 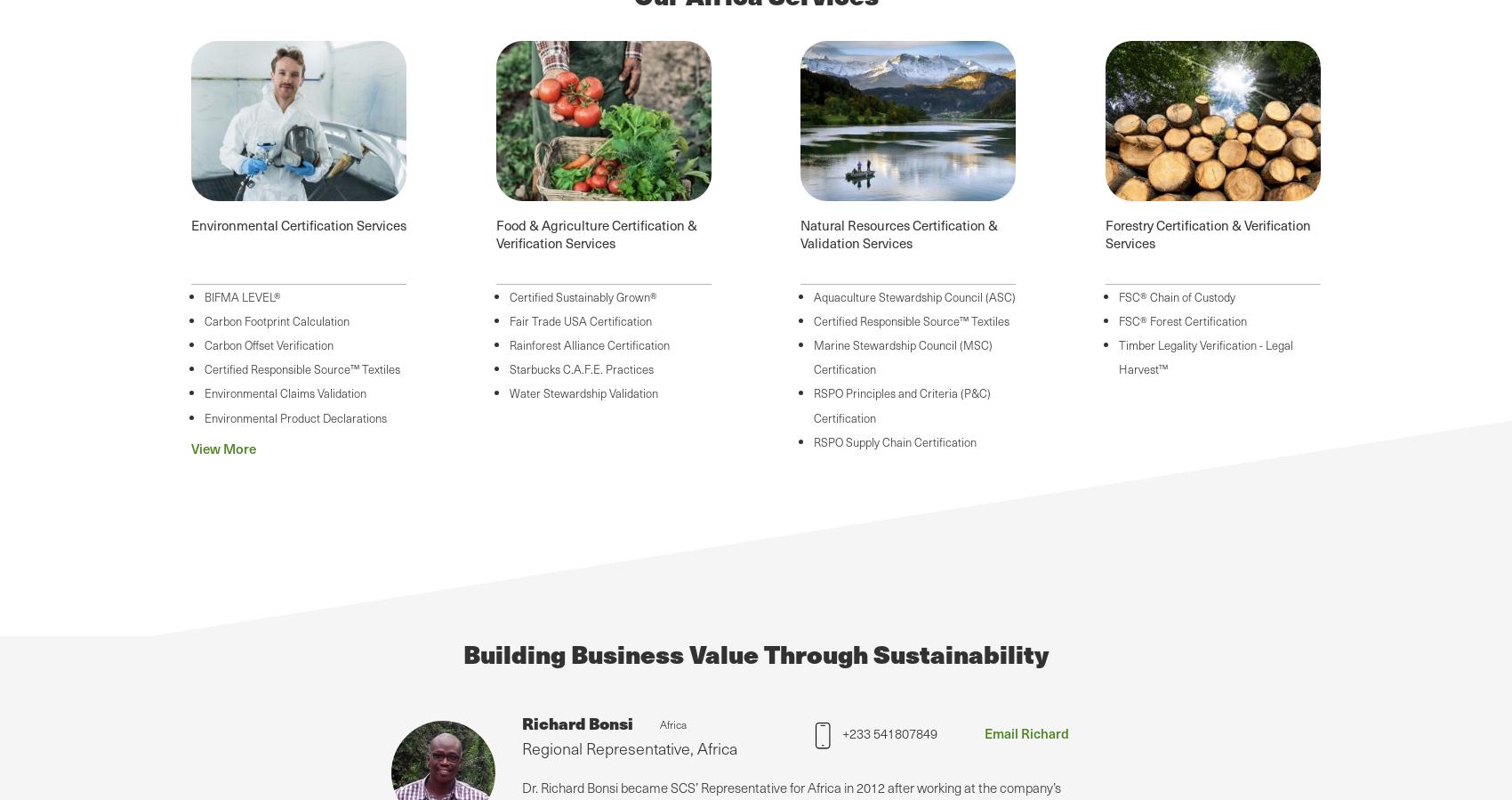 What do you see at coordinates (902, 356) in the screenshot?
I see `'Marine Stewardship Council (MSC) Certification'` at bounding box center [902, 356].